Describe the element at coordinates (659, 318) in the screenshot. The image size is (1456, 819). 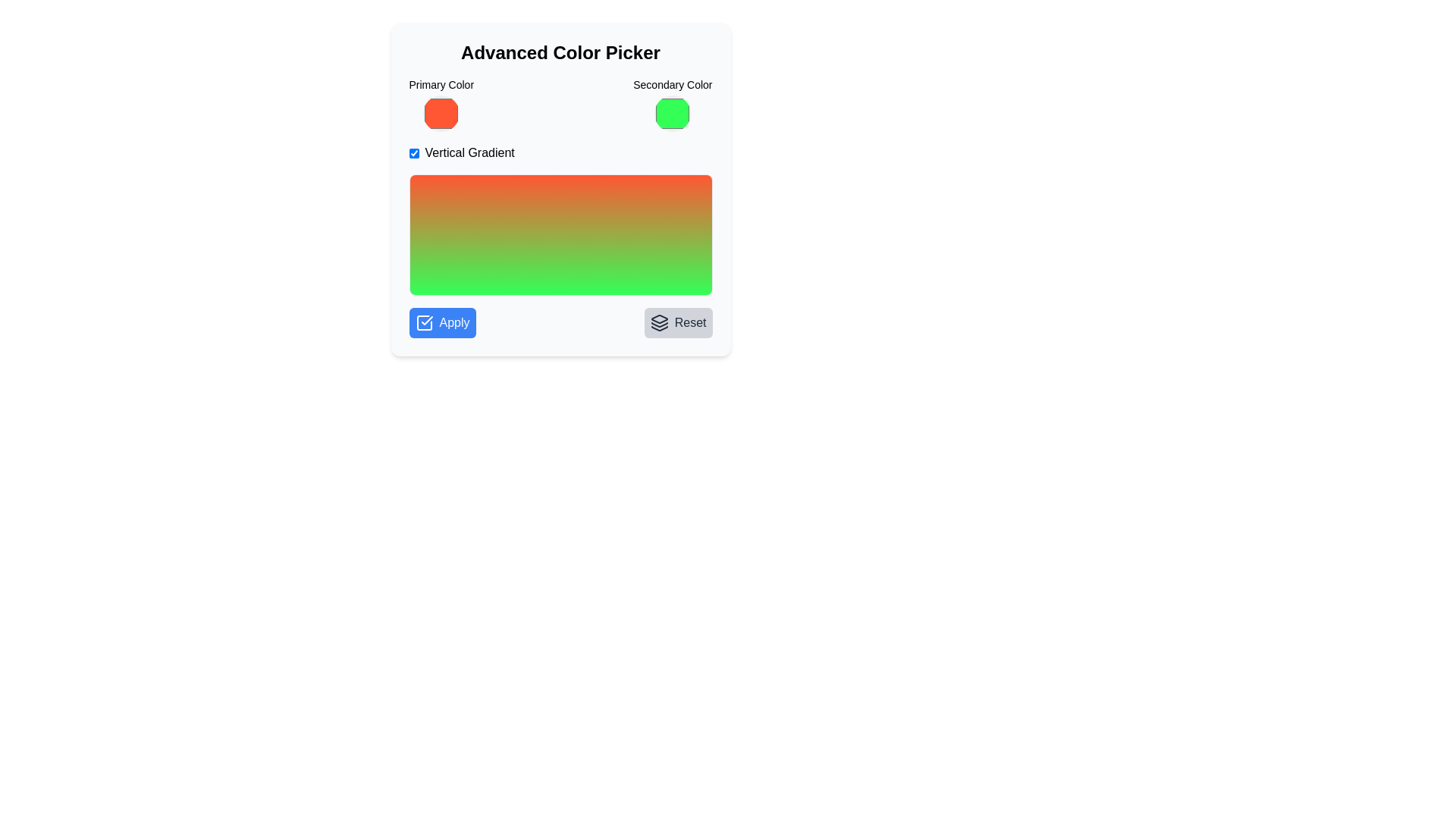
I see `the topmost icon component representing a conceptual grouping, located in the bottom-right section of the interface` at that location.